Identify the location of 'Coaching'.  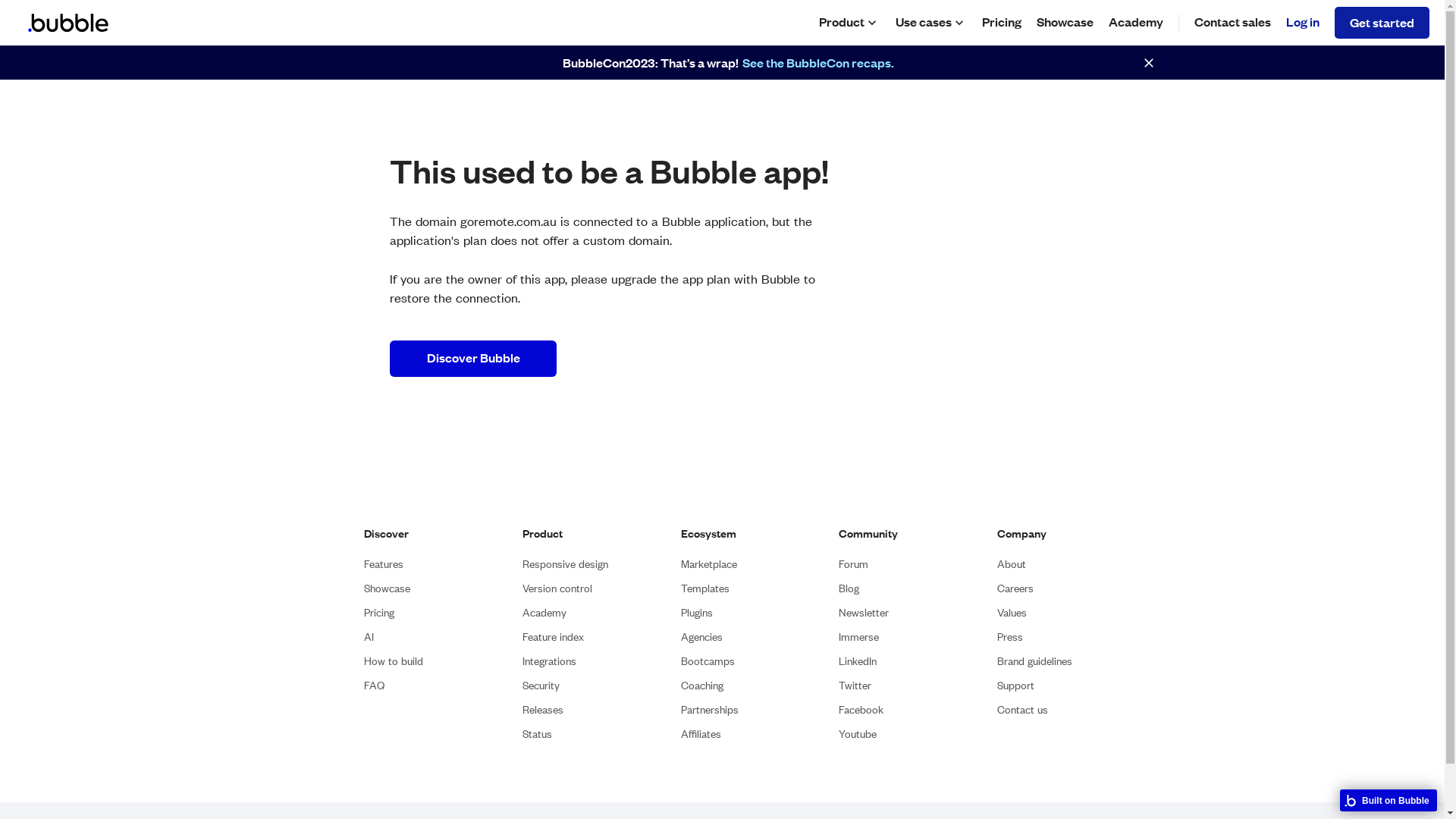
(679, 685).